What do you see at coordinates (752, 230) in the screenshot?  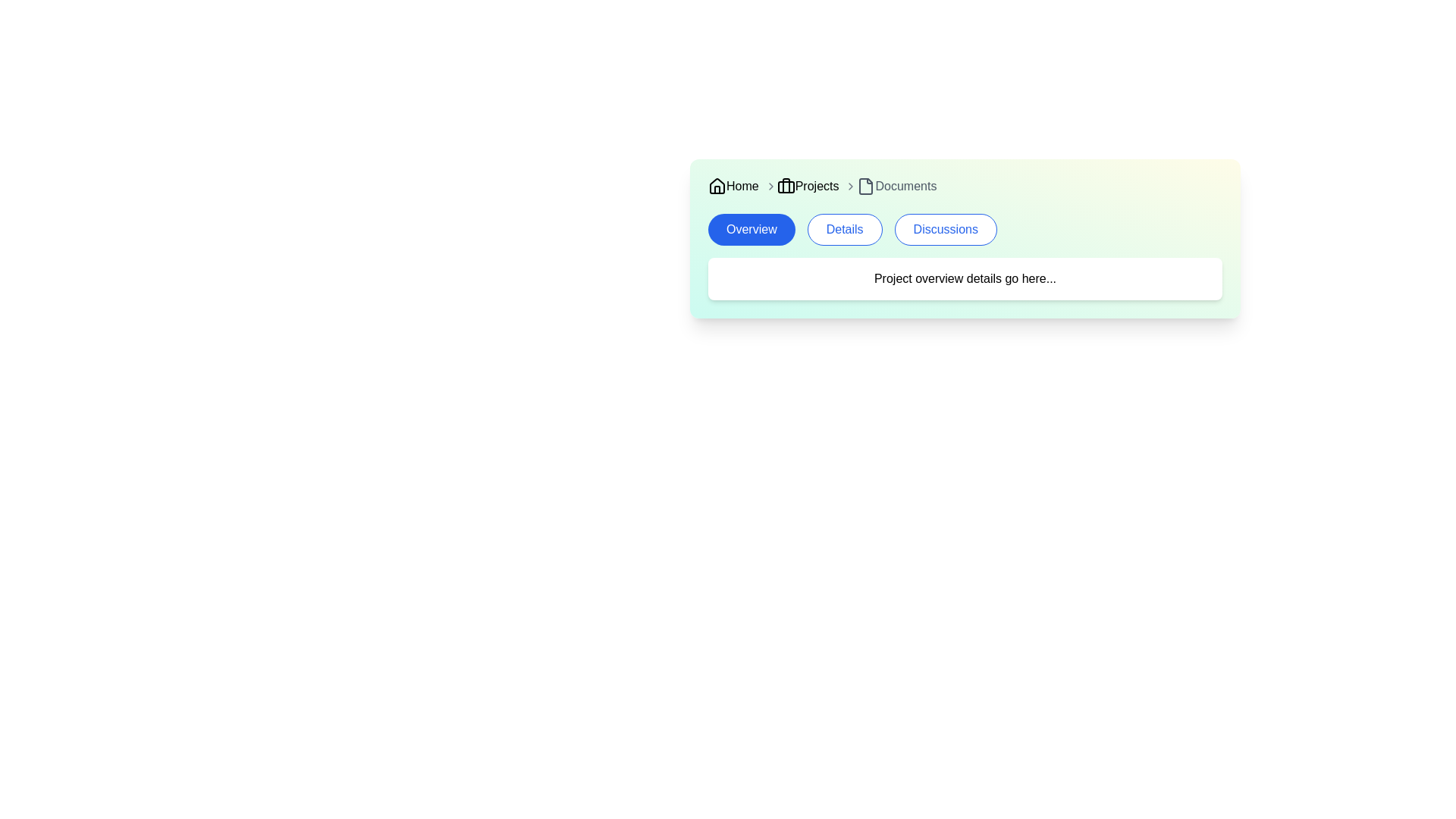 I see `keyboard navigation` at bounding box center [752, 230].